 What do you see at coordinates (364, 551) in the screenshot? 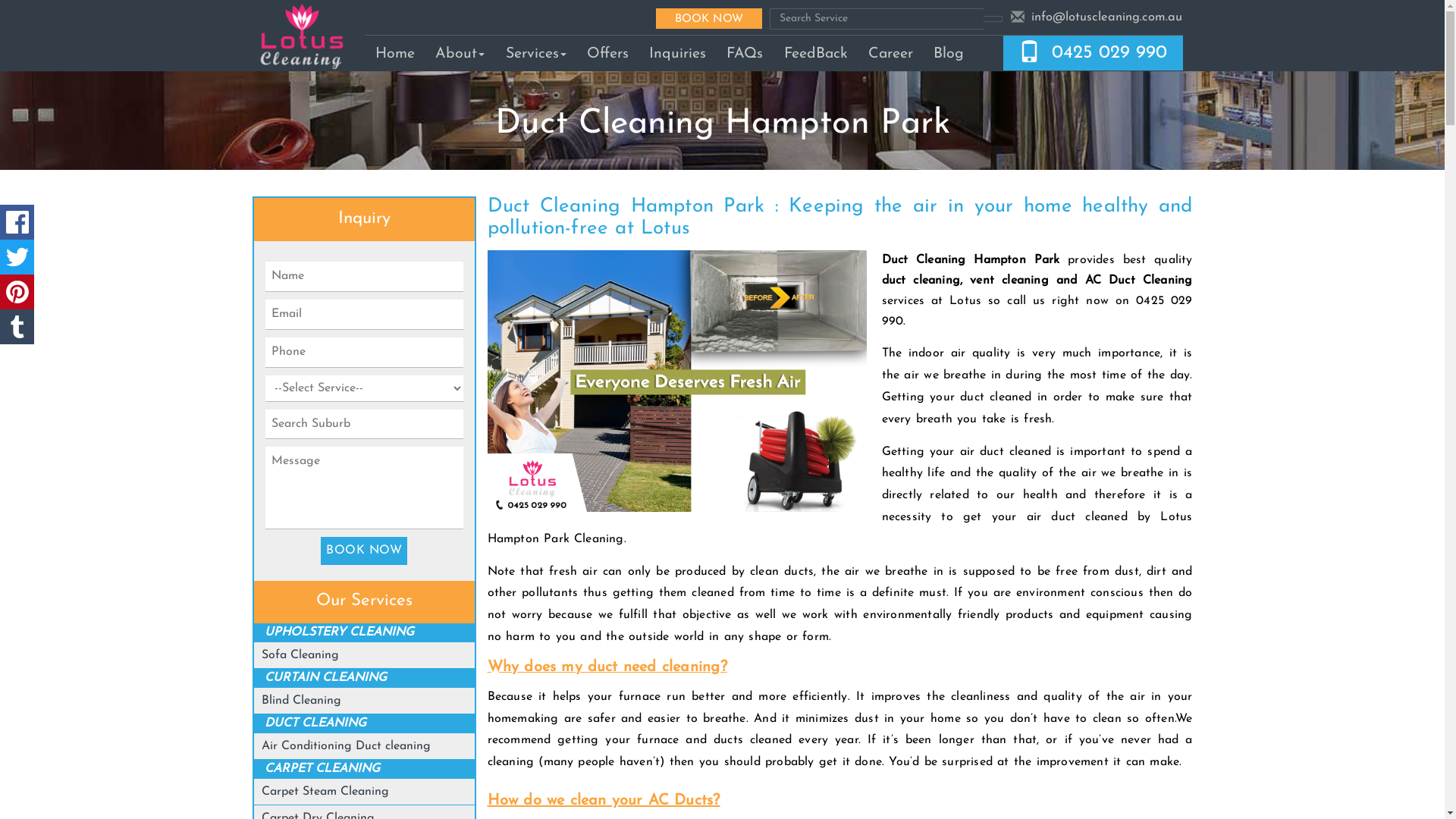
I see `'BOOK NOW'` at bounding box center [364, 551].